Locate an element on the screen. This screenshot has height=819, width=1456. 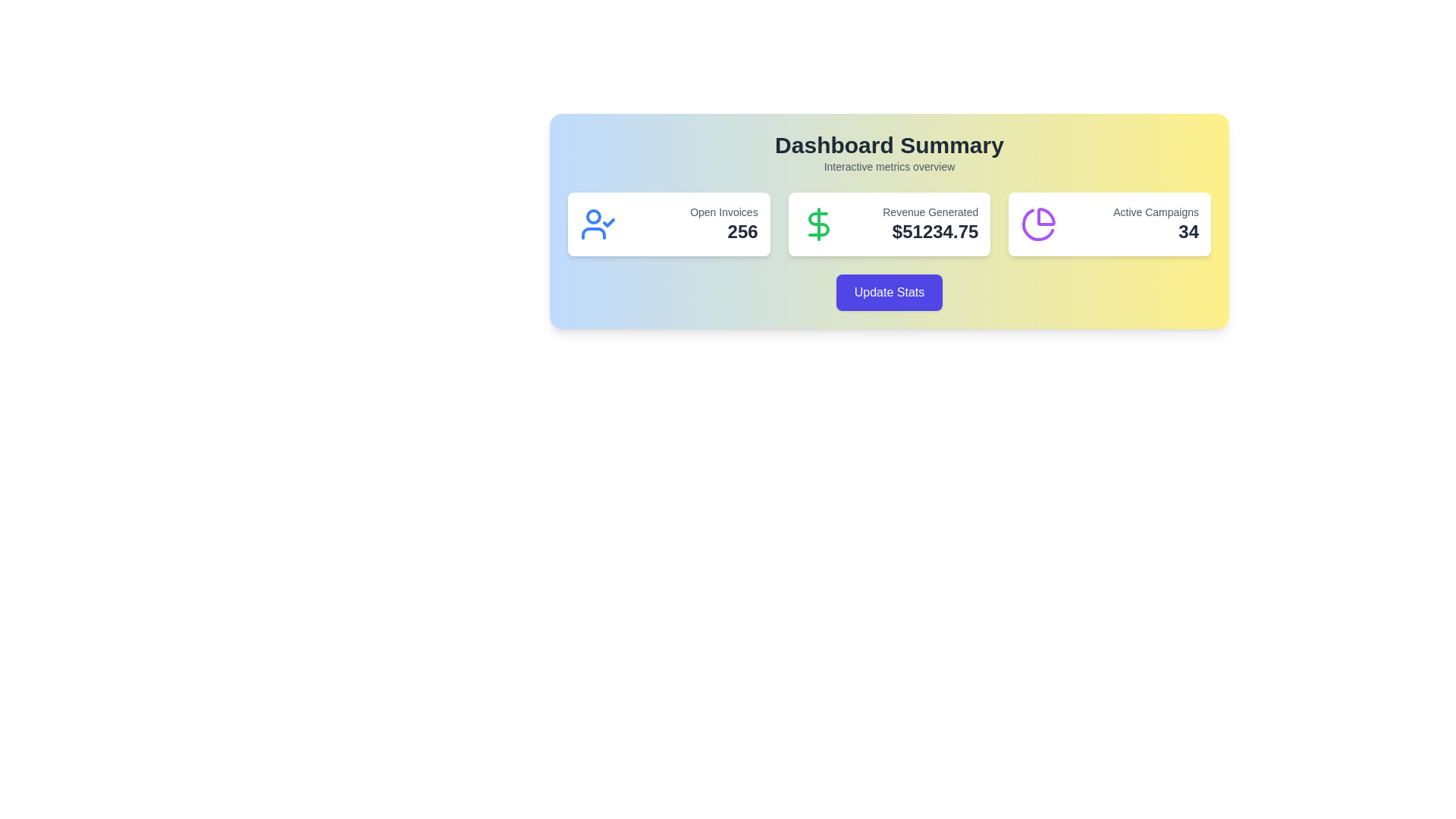
displayed revenue amount from the 'Revenue Generated' panel in the 'Dashboard Summary' section, which shows '$51234.75' is located at coordinates (889, 221).